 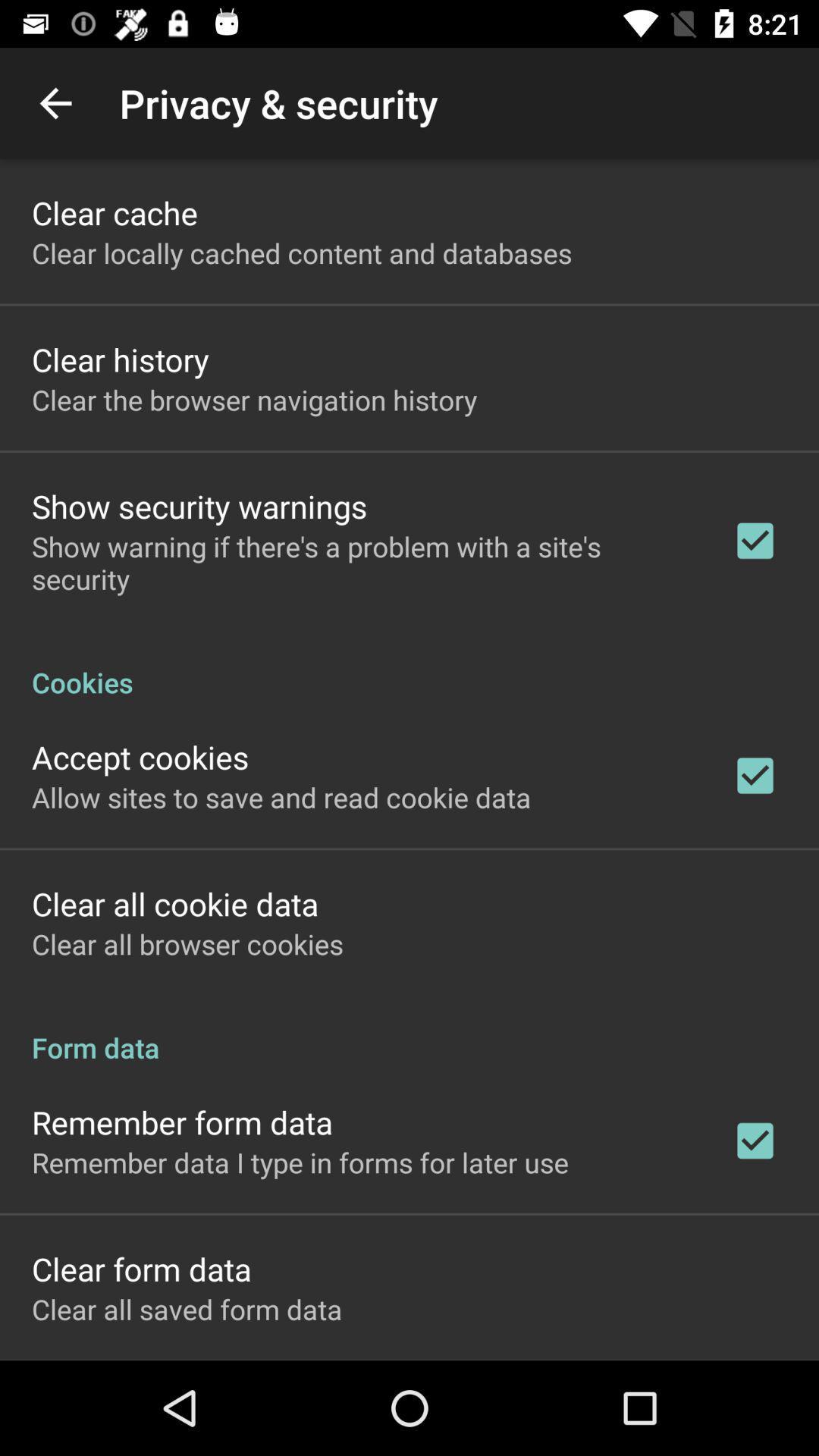 I want to click on icon above clear history, so click(x=302, y=253).